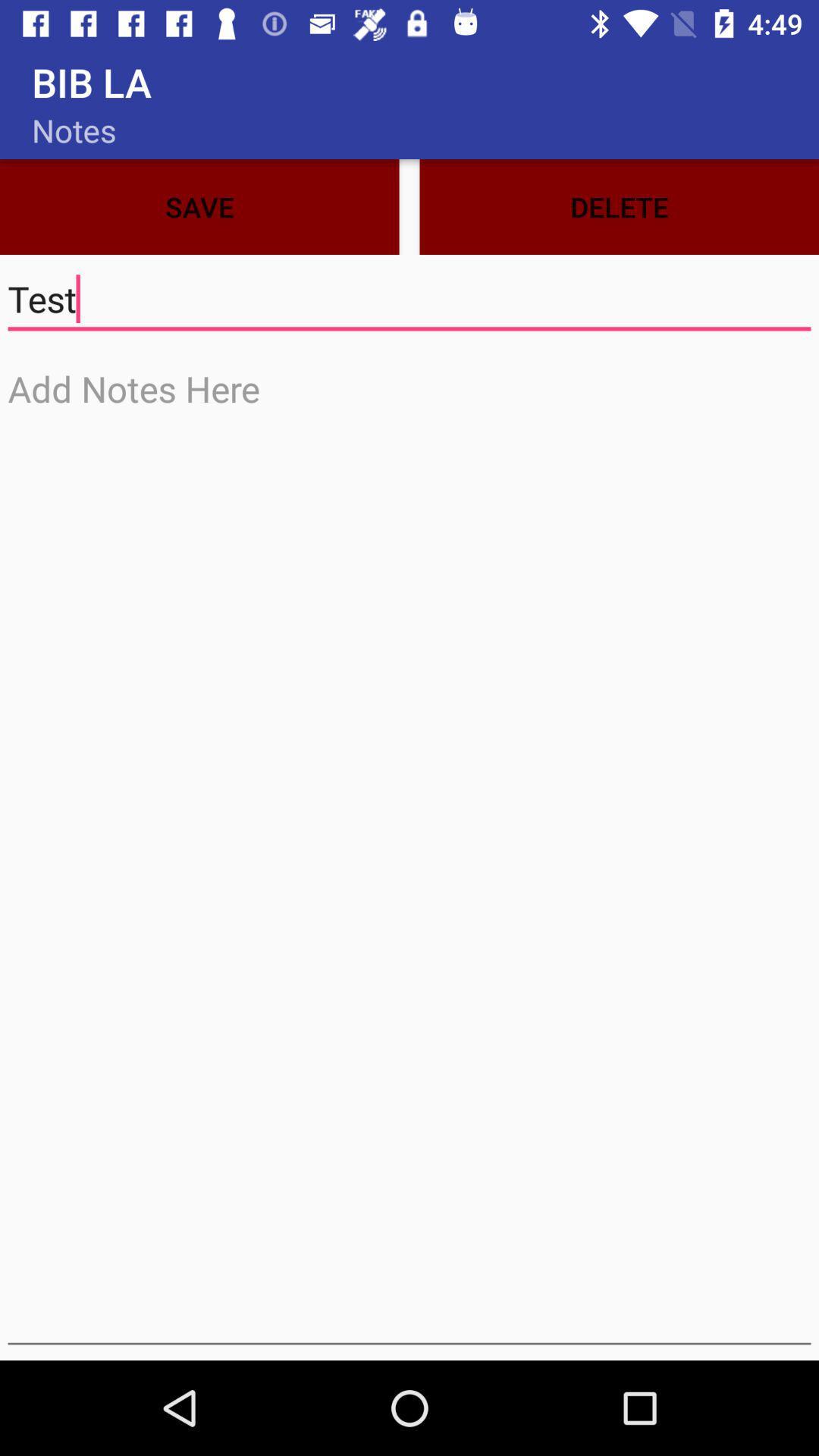 This screenshot has width=819, height=1456. What do you see at coordinates (199, 206) in the screenshot?
I see `item to the left of delete` at bounding box center [199, 206].